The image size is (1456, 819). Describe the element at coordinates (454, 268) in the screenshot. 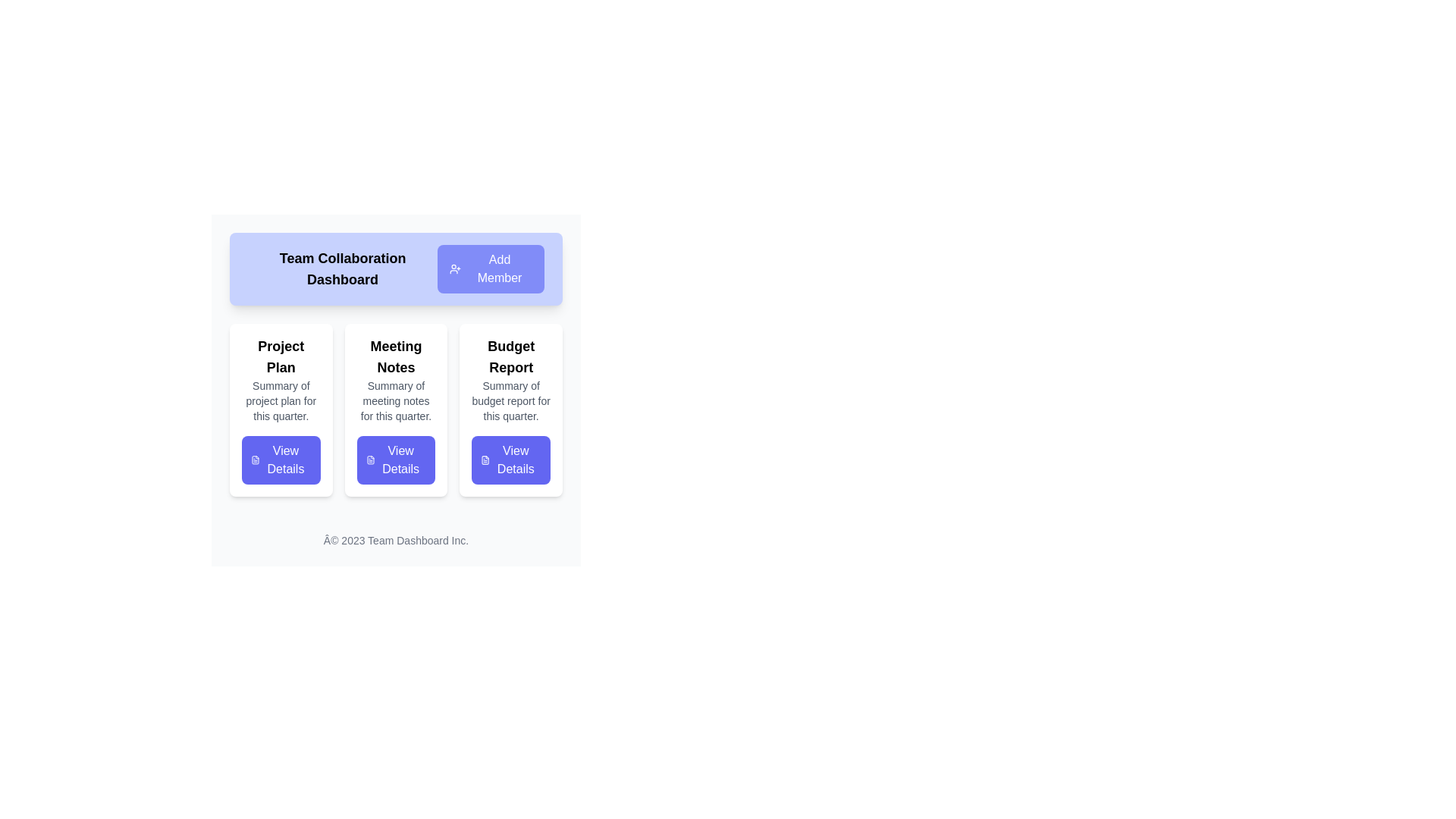

I see `the 'Add Member' icon located within the 'Add Member' button at the top-right of the 'Team Collaboration Dashboard'` at that location.